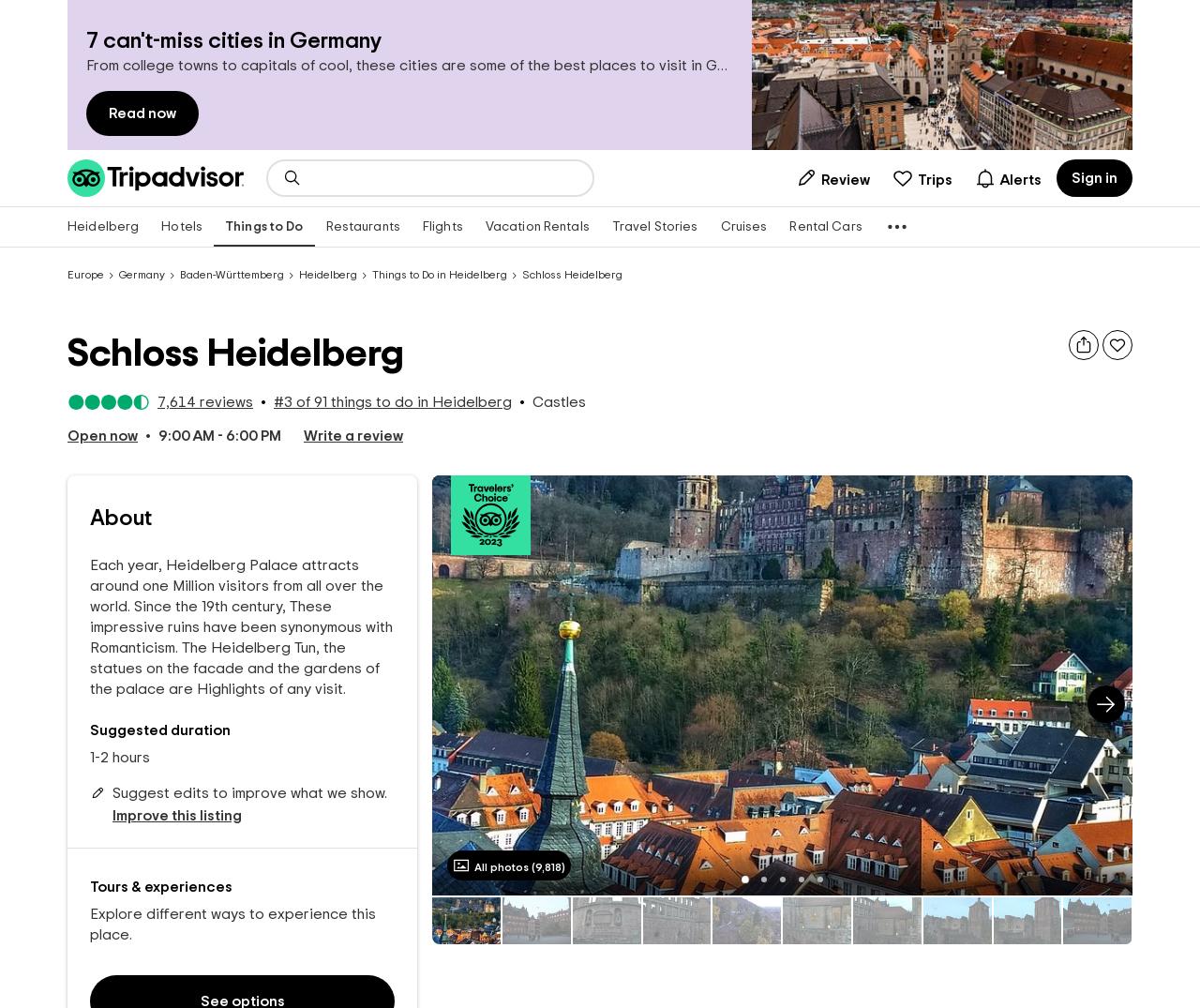 Image resolution: width=1200 pixels, height=1008 pixels. Describe the element at coordinates (272, 401) in the screenshot. I see `'#3 of 91 things to do in Heidelberg'` at that location.